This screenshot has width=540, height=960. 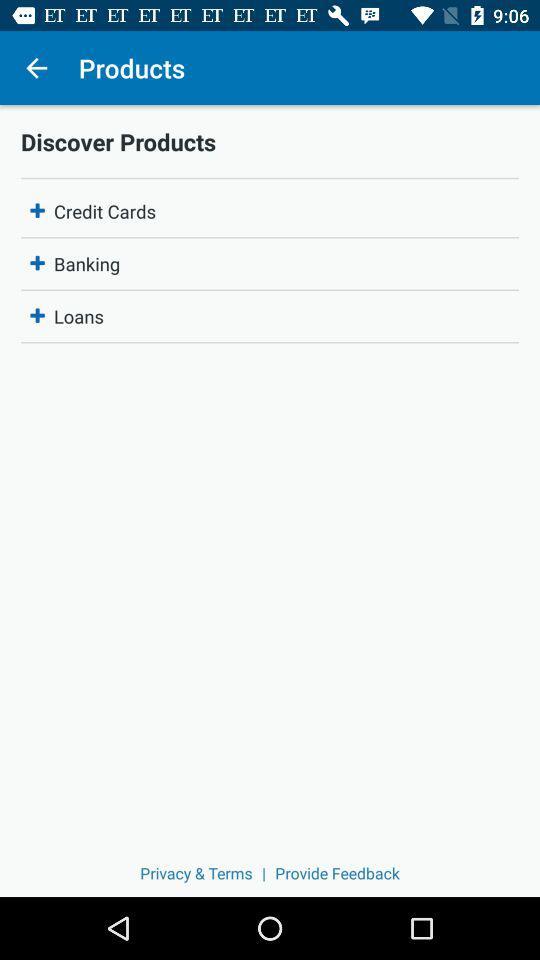 What do you see at coordinates (36, 68) in the screenshot?
I see `icon to the left of the products icon` at bounding box center [36, 68].